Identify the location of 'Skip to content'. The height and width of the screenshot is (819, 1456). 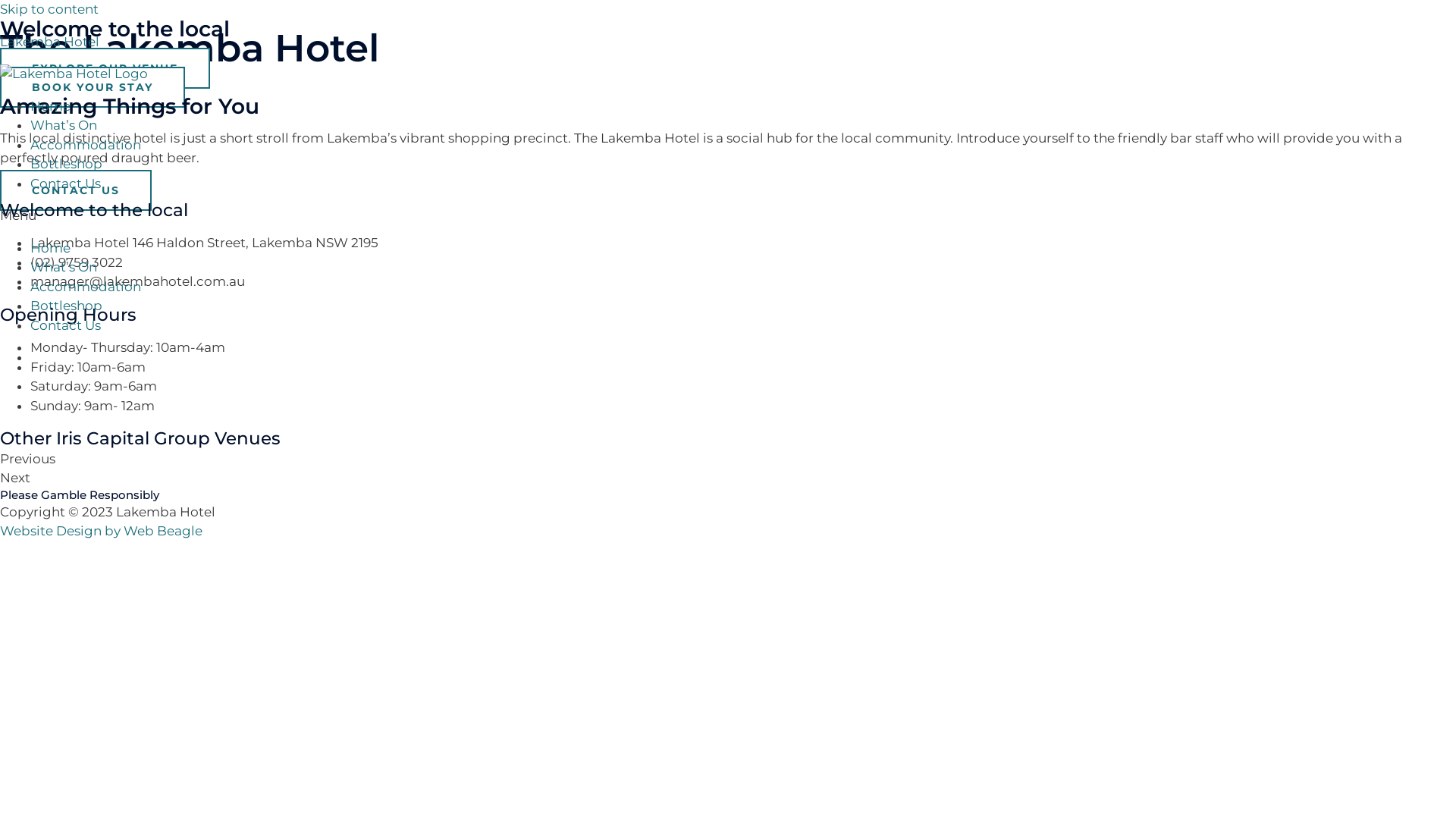
(0, 8).